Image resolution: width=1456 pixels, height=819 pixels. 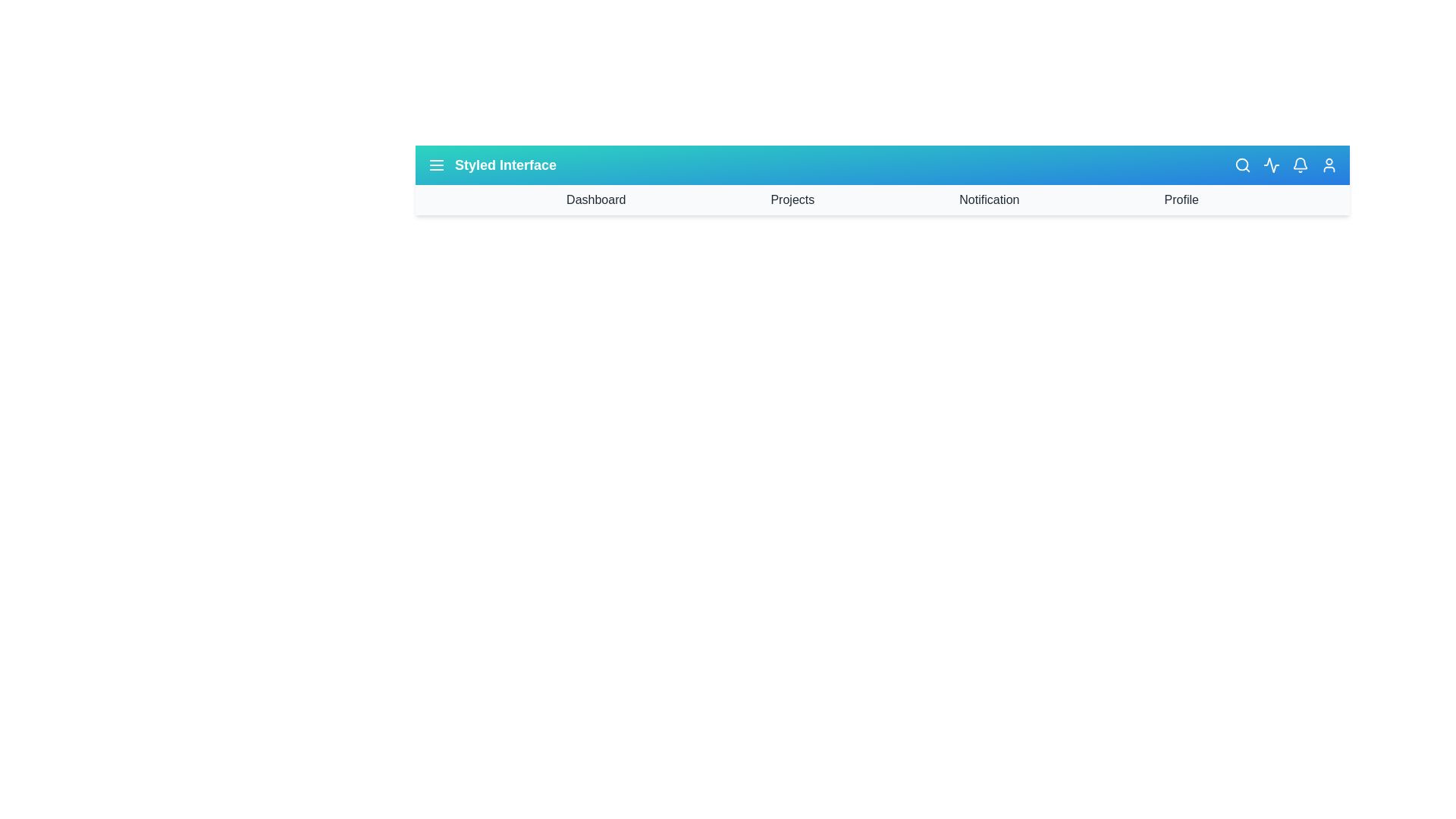 I want to click on the bell icon in the header, so click(x=1299, y=165).